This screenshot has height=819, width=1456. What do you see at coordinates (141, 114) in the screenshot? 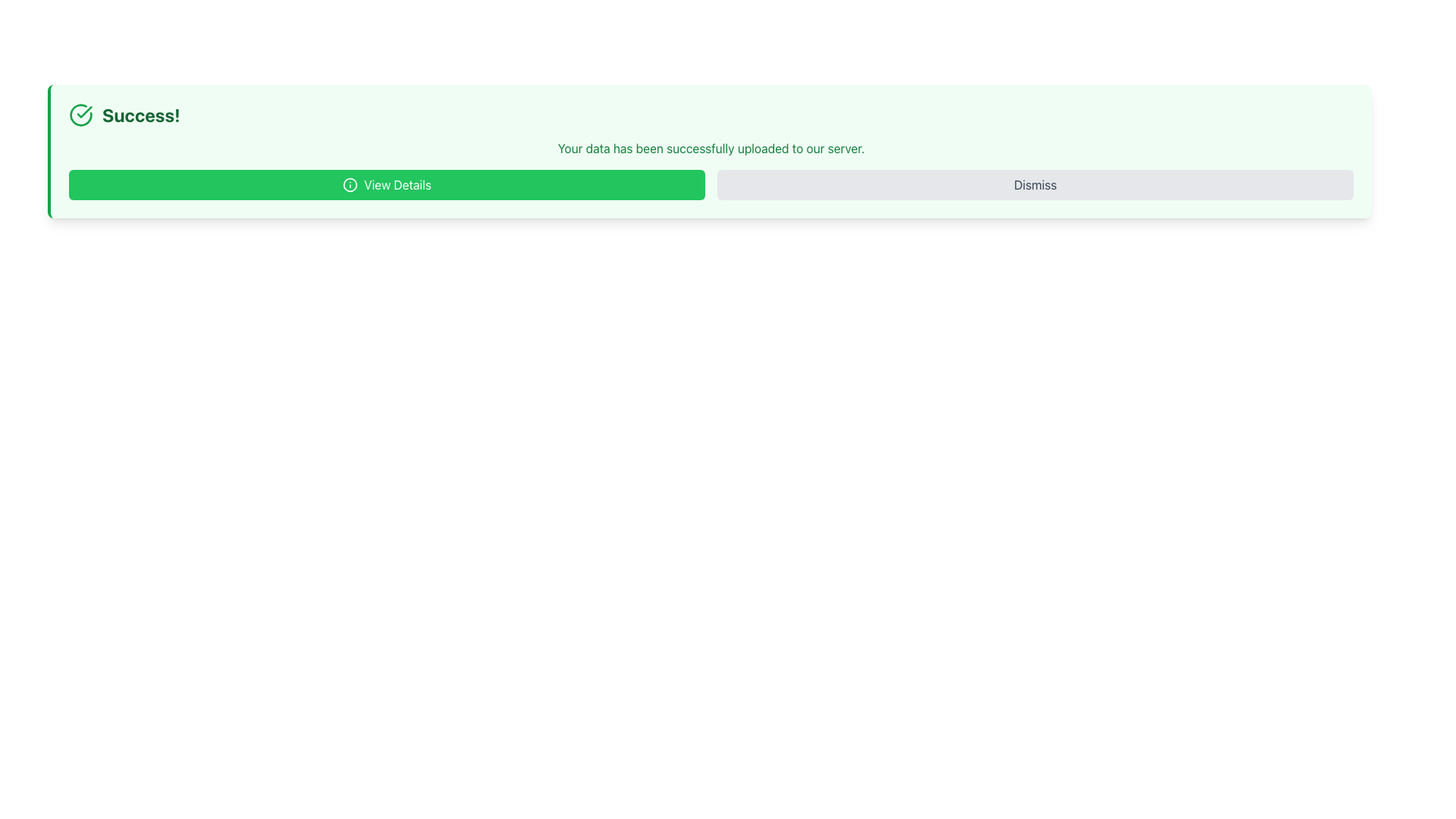
I see `the static text label that serves as a confirmation message, located to the right of a green check-circle icon` at bounding box center [141, 114].